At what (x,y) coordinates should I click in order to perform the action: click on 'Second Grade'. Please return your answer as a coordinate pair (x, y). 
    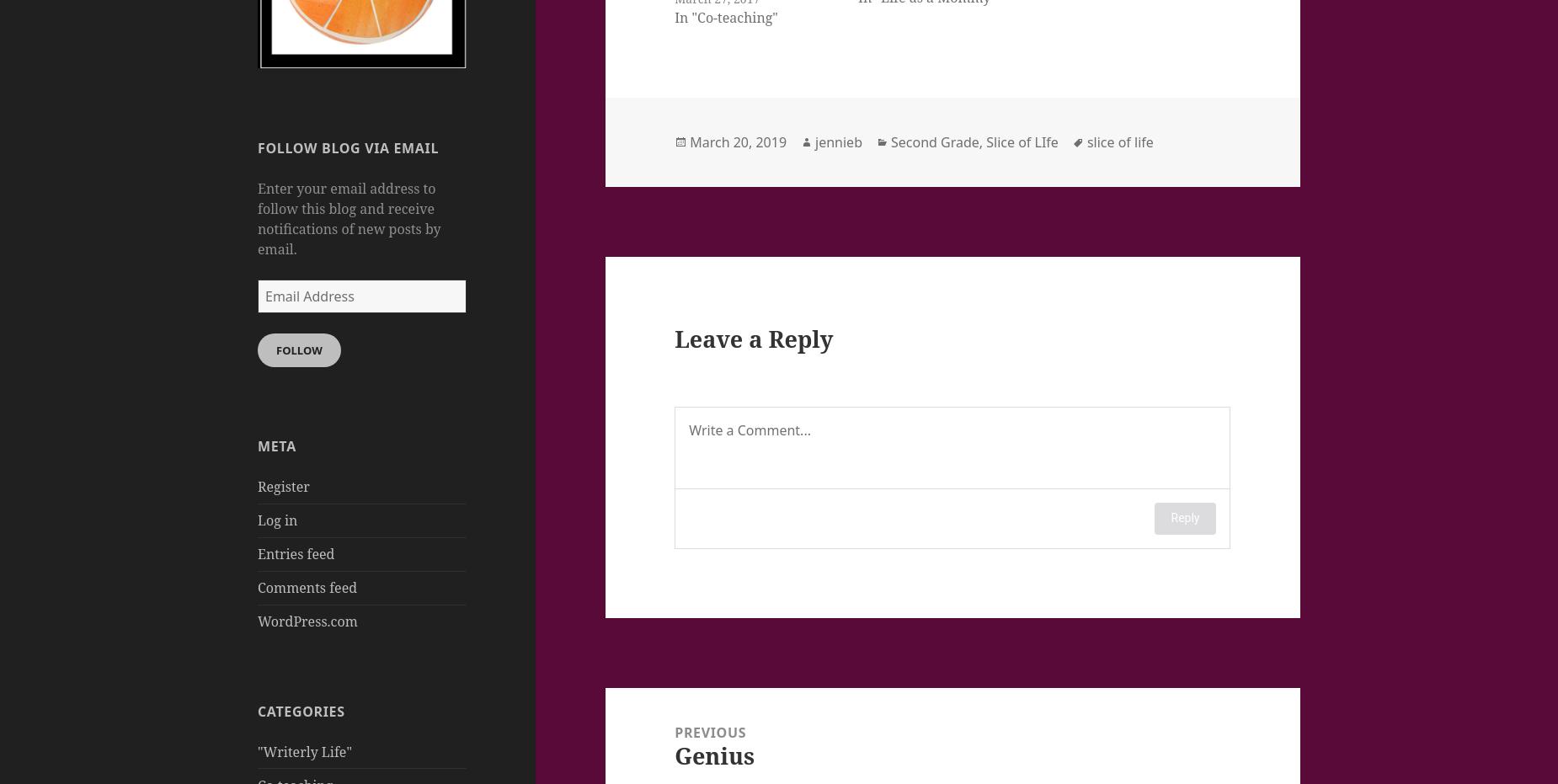
    Looking at the image, I should click on (889, 141).